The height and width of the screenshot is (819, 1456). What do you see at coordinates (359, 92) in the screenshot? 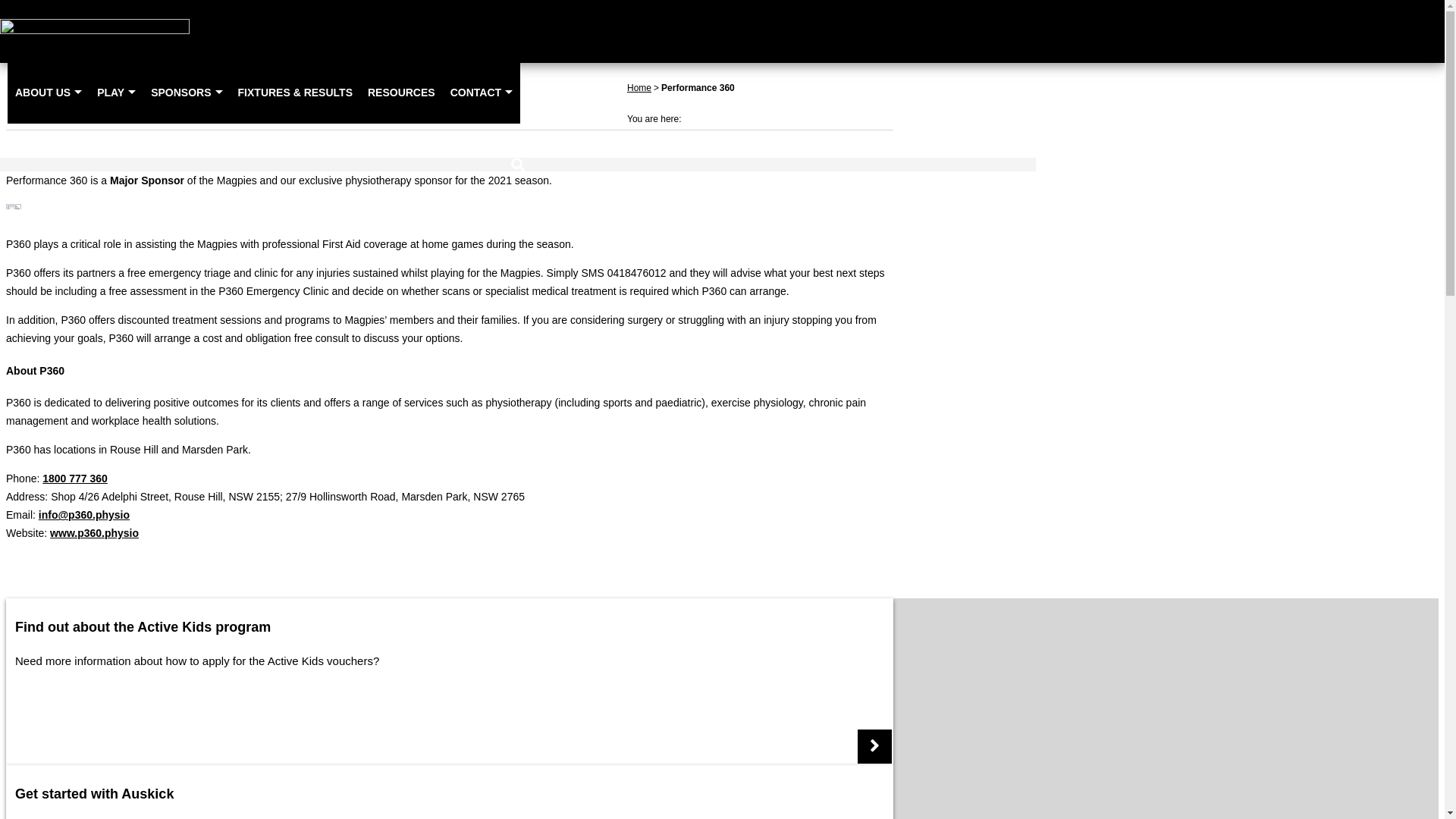
I see `'RESOURCES'` at bounding box center [359, 92].